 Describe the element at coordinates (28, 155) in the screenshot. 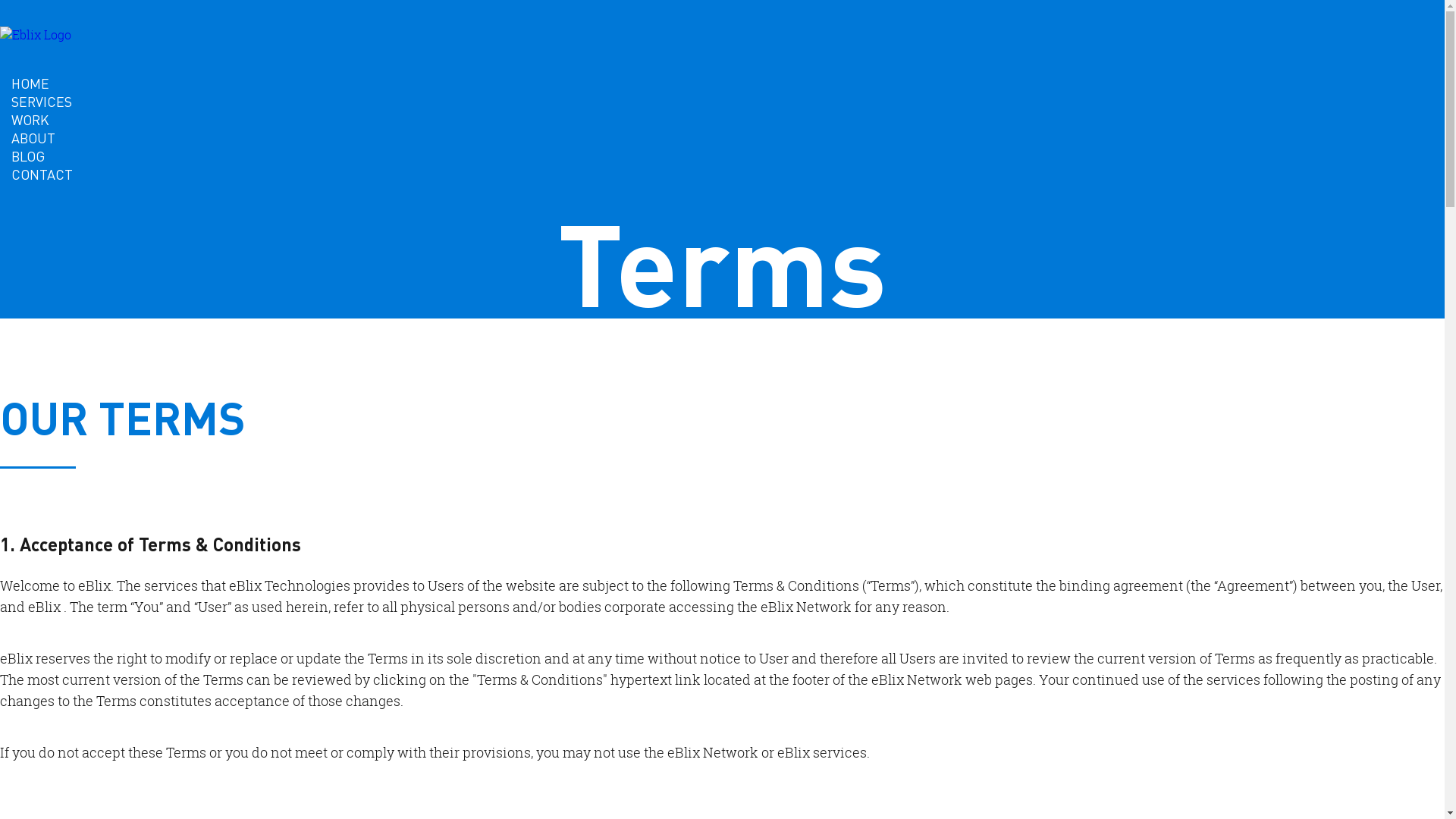

I see `'BLOG'` at that location.